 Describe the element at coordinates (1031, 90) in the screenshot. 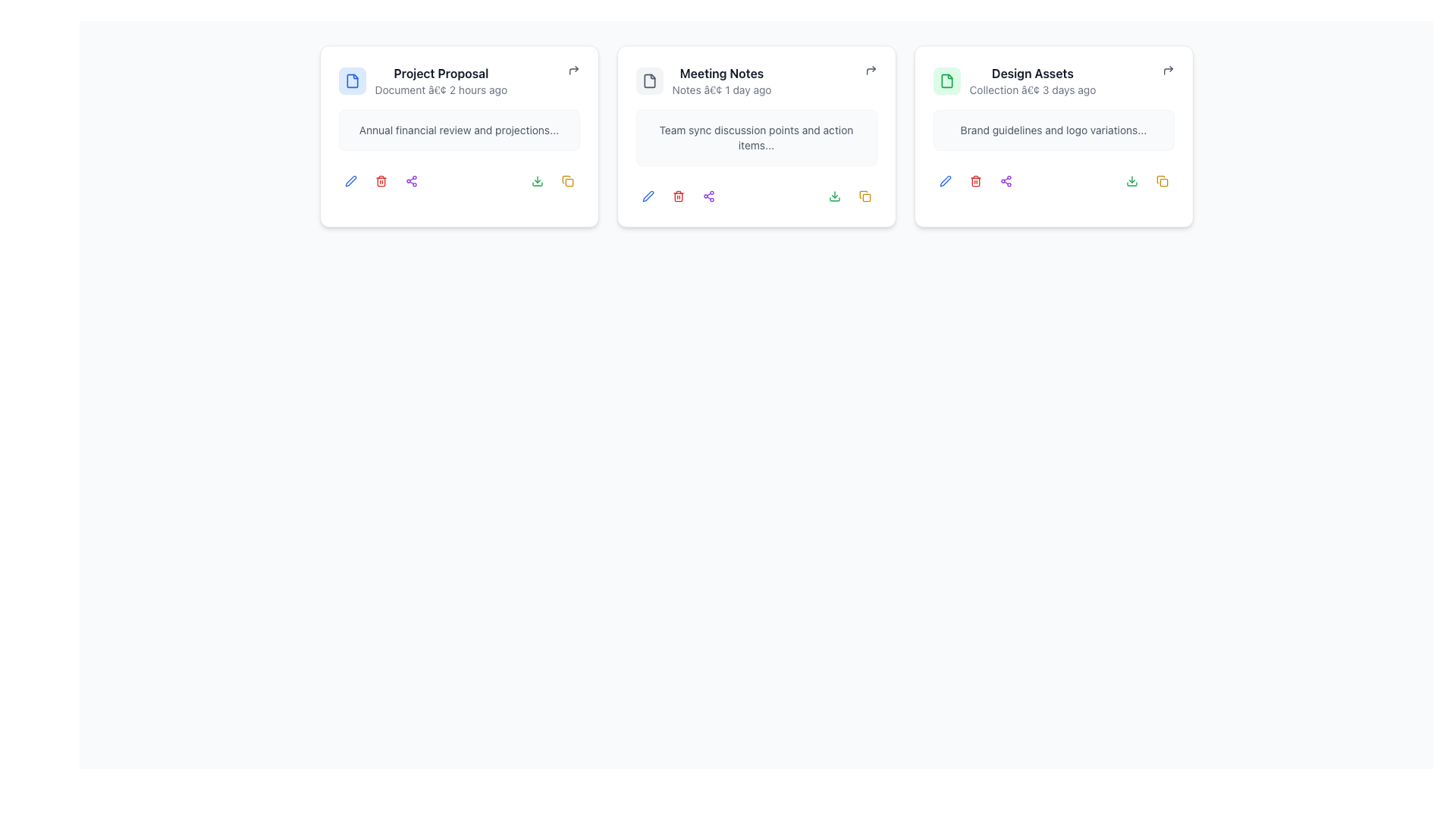

I see `text label displaying 'Collection • 3 days ago' which is located below the 'Design Assets' header inside a card in the interface` at that location.